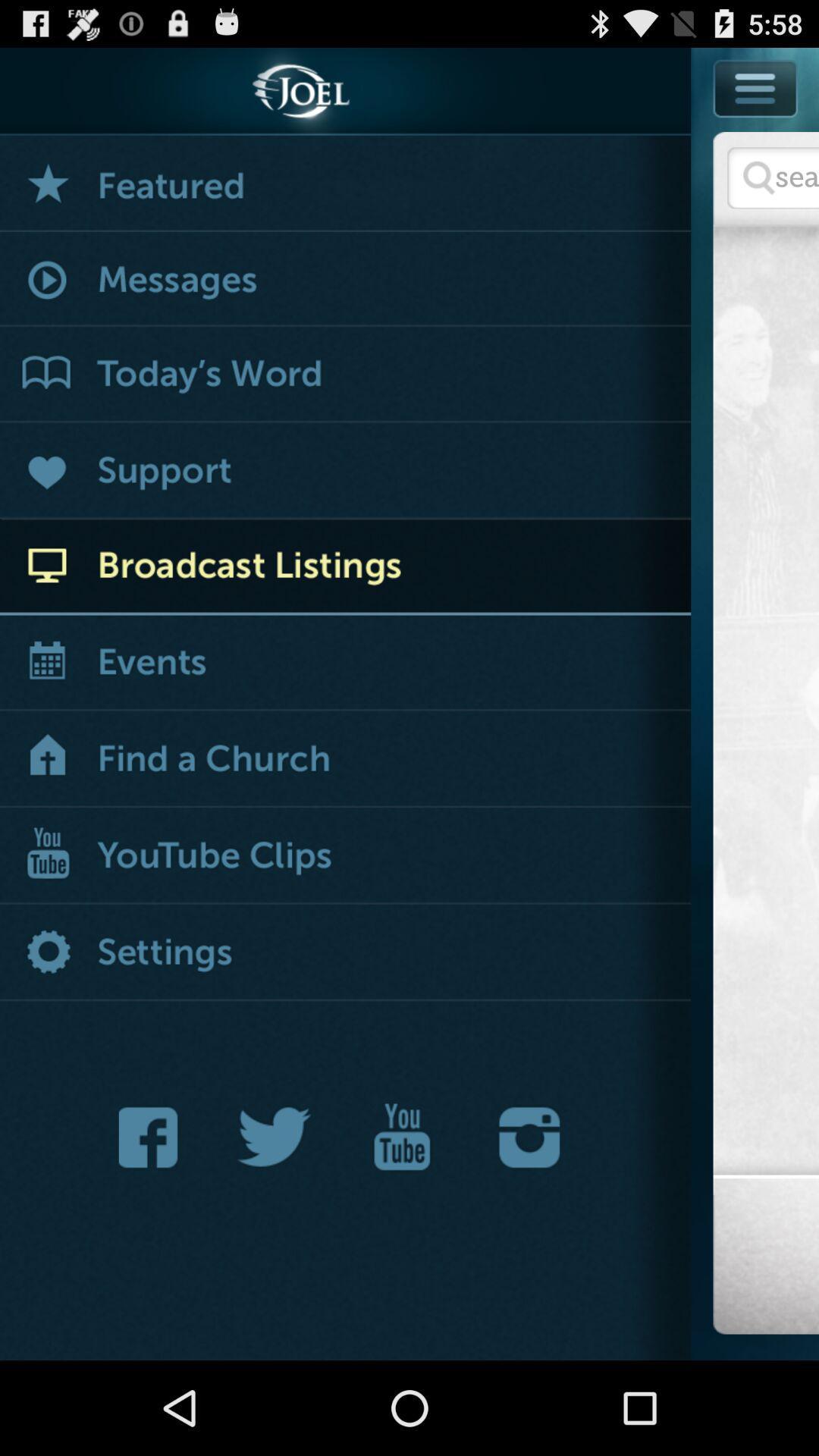 The height and width of the screenshot is (1456, 819). I want to click on share to instagram, so click(529, 1137).